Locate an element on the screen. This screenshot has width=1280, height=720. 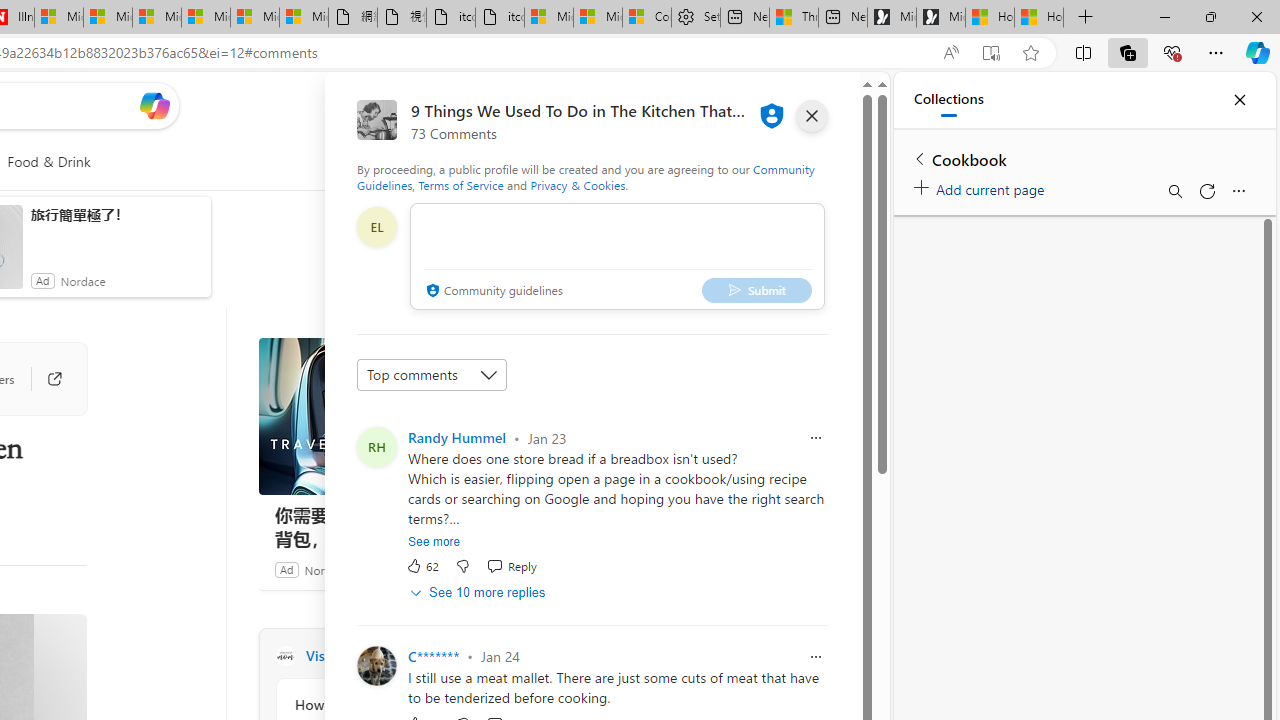
'Go to publisher' is located at coordinates (44, 379).